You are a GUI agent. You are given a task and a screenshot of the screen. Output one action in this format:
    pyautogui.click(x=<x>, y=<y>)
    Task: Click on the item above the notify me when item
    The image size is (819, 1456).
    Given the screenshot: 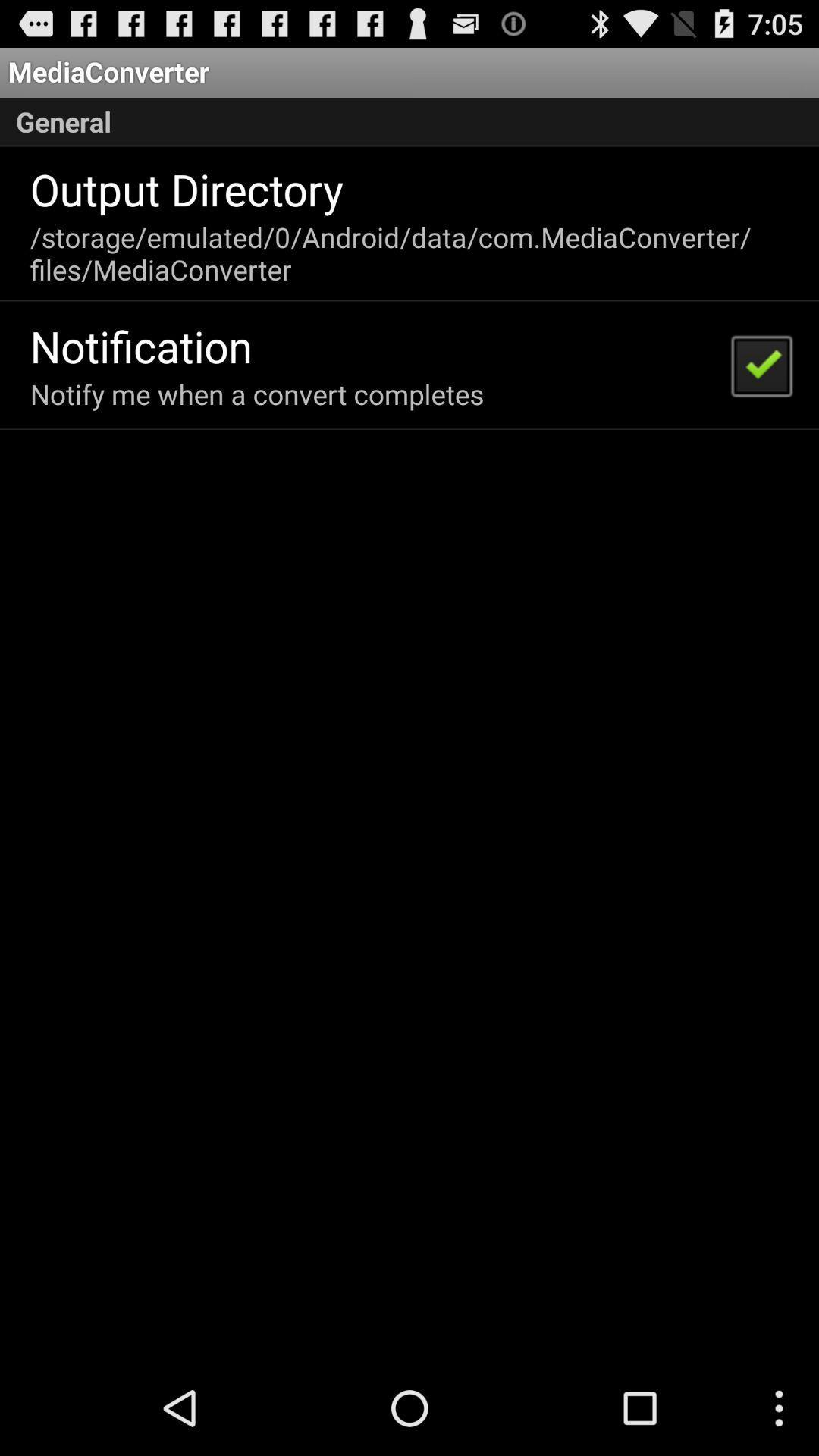 What is the action you would take?
    pyautogui.click(x=141, y=345)
    